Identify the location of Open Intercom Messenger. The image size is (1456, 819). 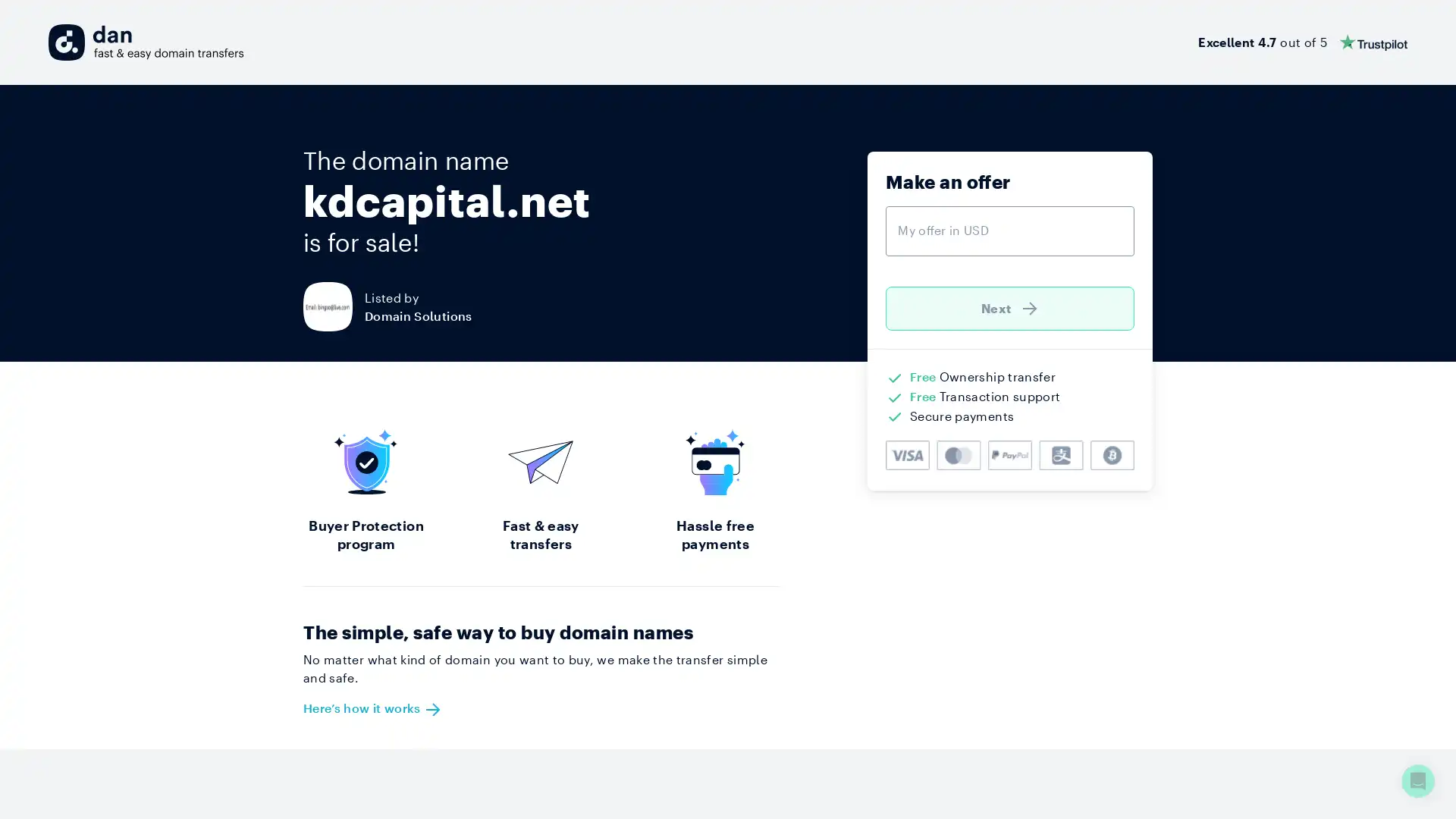
(1417, 780).